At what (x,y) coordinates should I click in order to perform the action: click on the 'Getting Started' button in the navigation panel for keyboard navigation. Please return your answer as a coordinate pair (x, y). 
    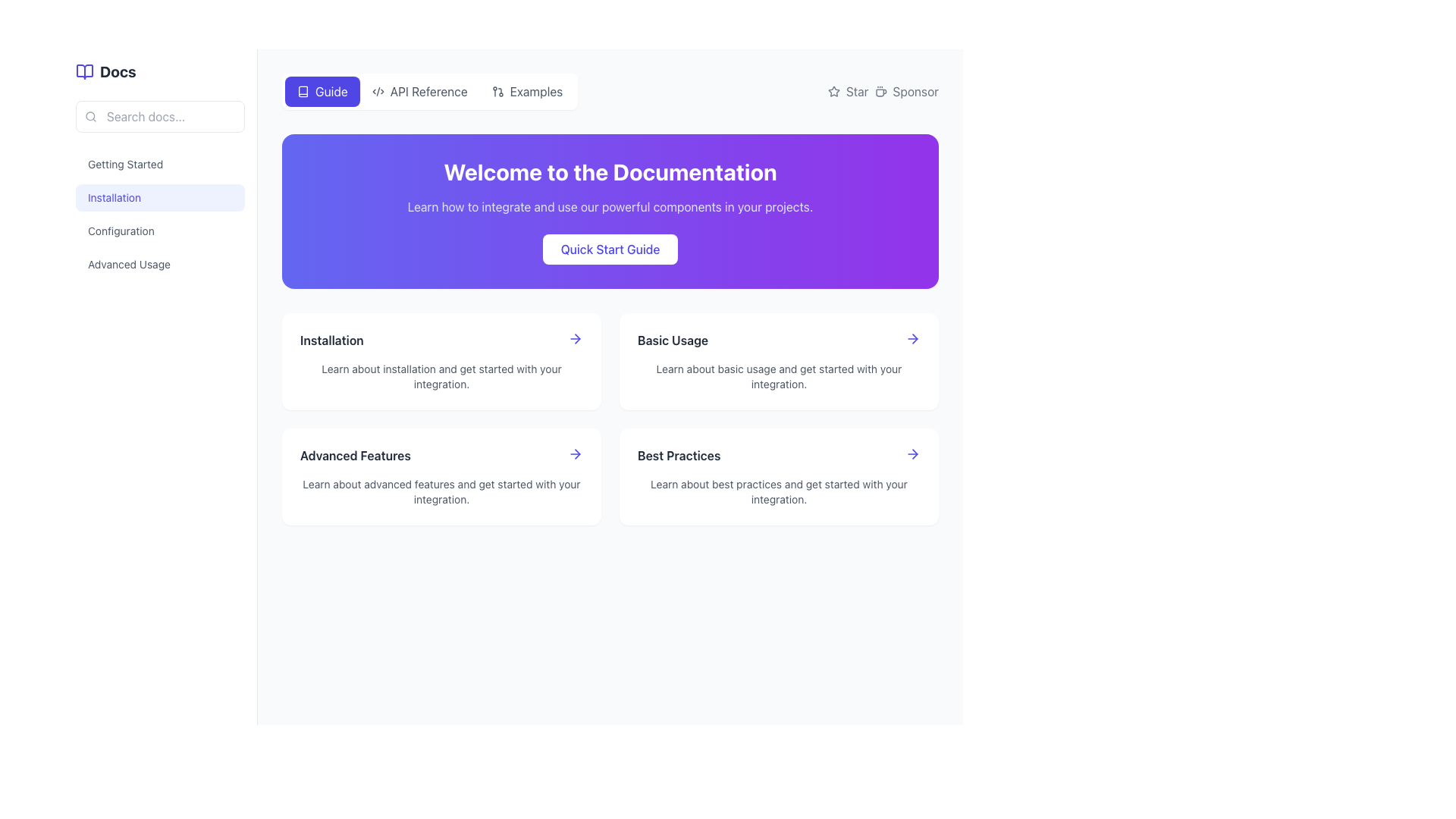
    Looking at the image, I should click on (160, 164).